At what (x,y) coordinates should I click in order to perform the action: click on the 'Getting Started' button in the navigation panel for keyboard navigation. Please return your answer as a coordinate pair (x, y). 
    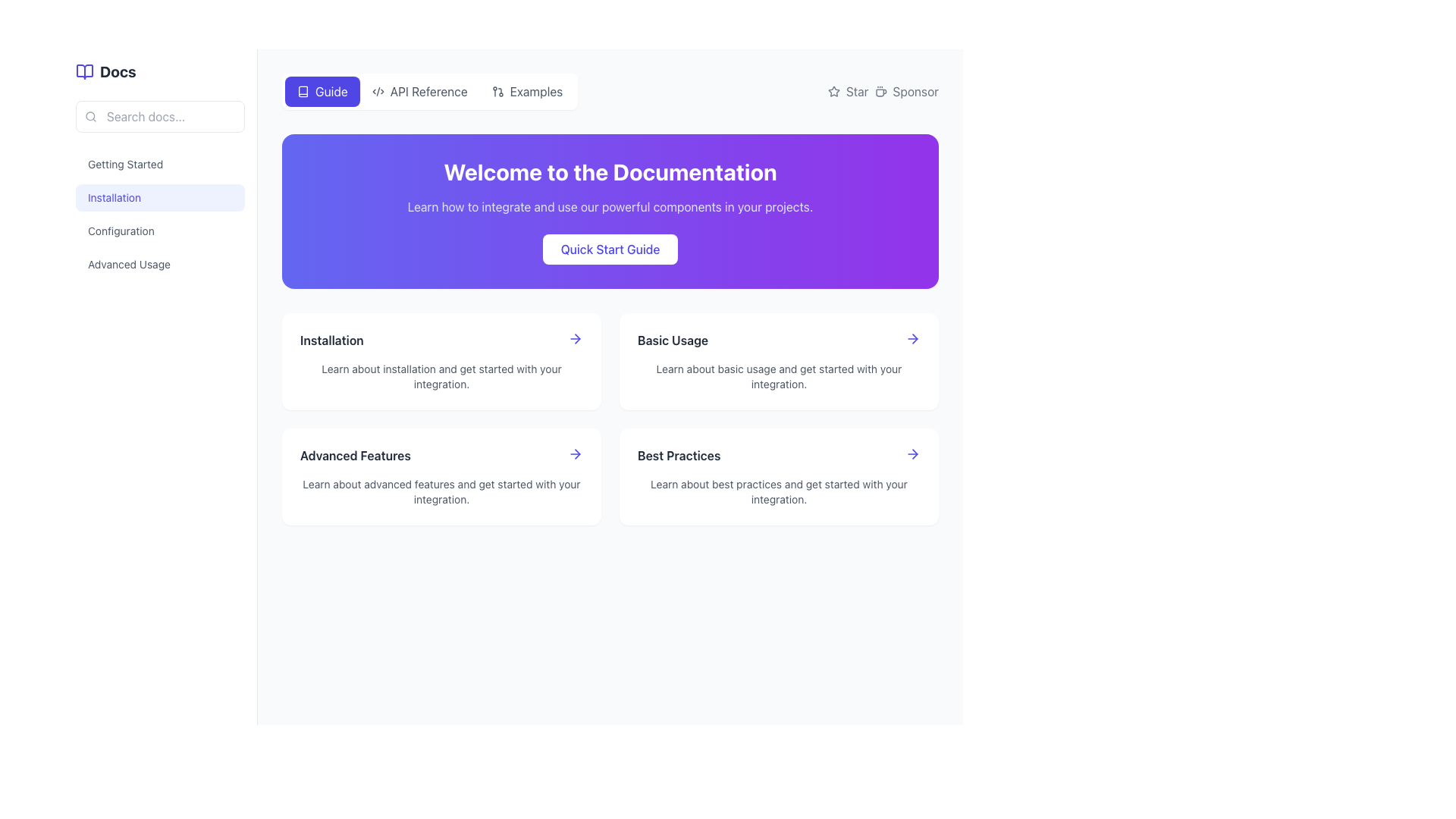
    Looking at the image, I should click on (160, 164).